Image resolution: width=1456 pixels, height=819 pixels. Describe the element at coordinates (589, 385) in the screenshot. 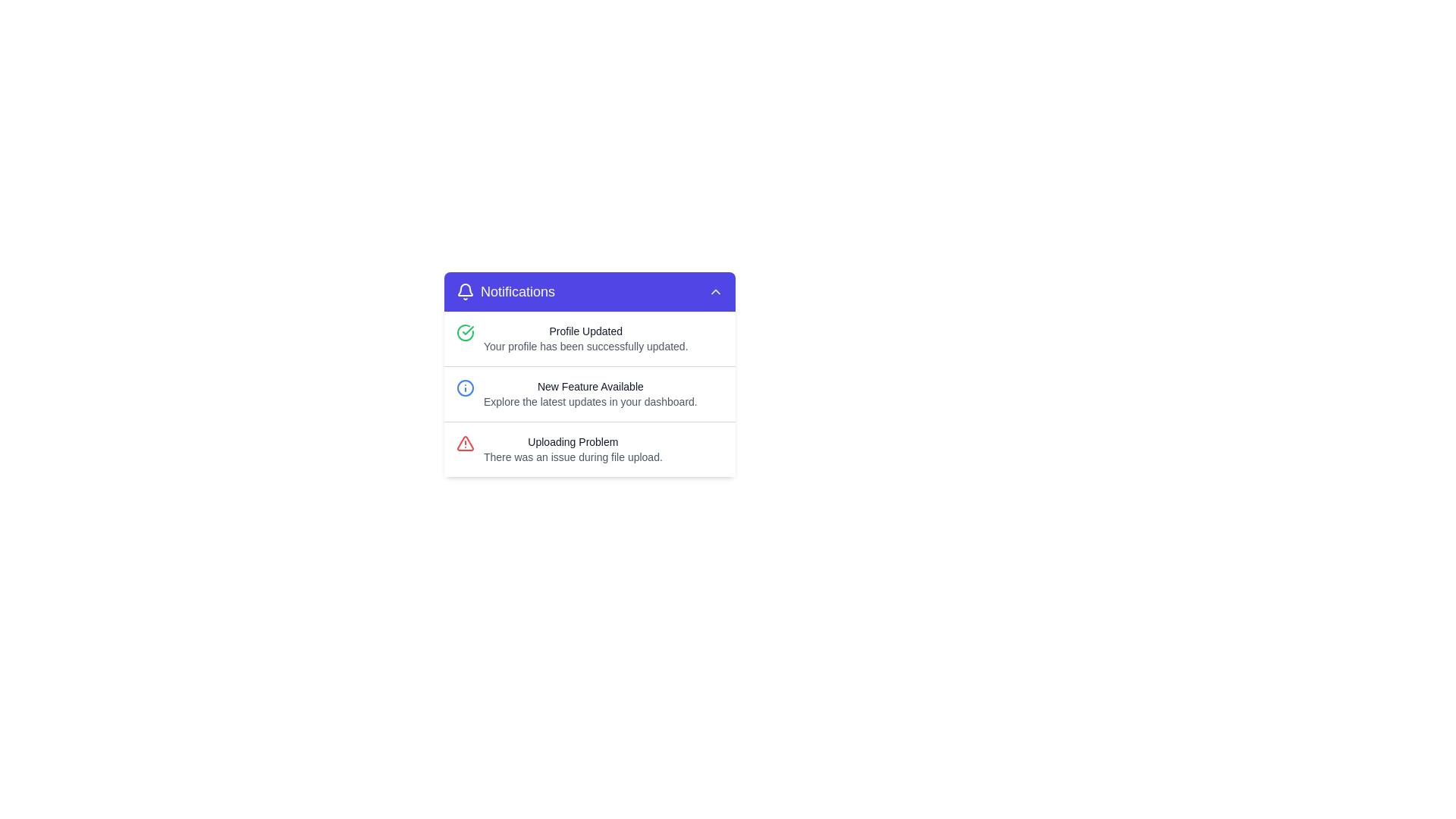

I see `text label indicating the presence of a new feature, located in the second notification item under the 'Notifications' header, following 'Profile Updated'` at that location.